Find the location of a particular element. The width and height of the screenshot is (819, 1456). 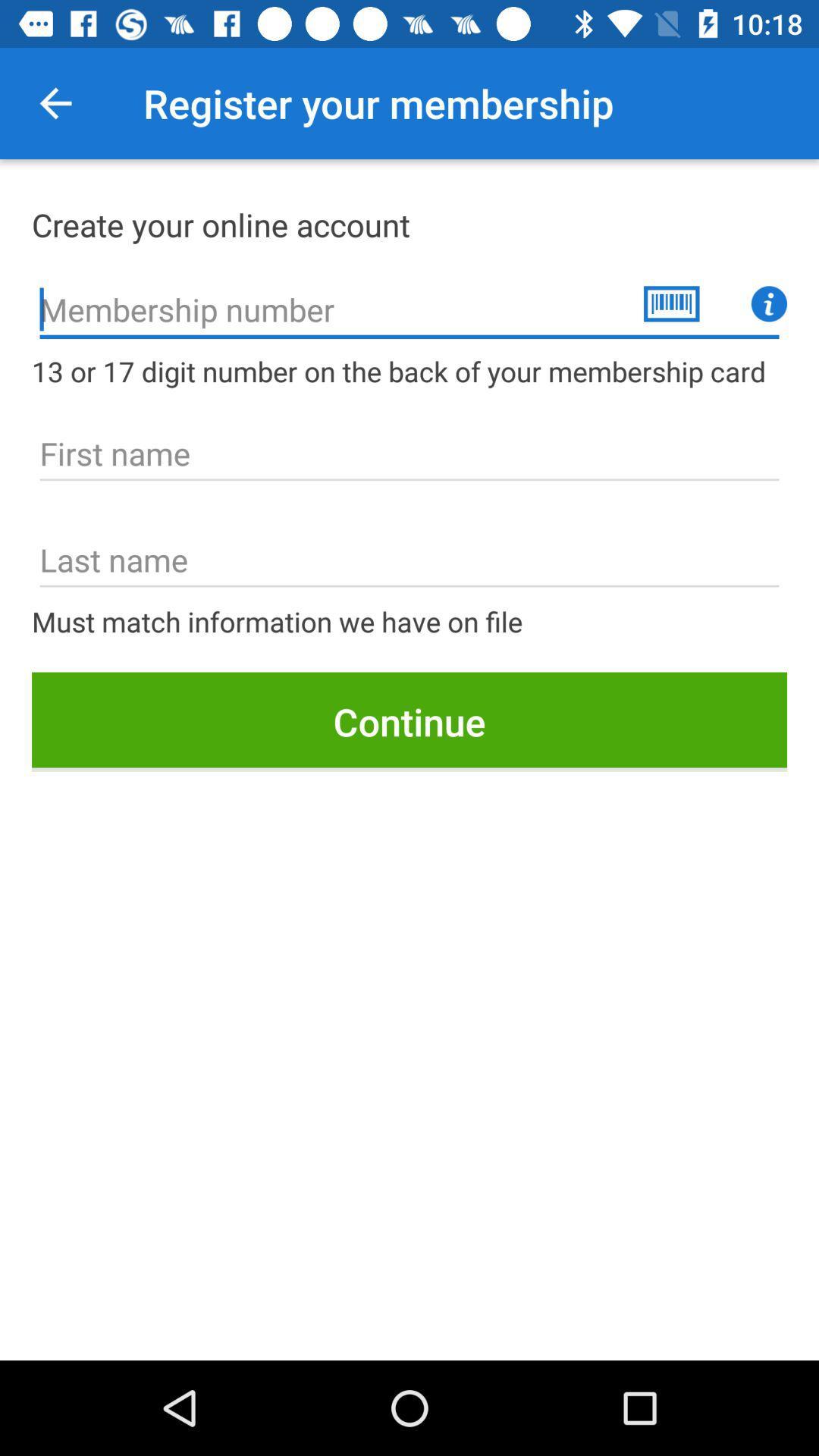

the info icon is located at coordinates (769, 303).